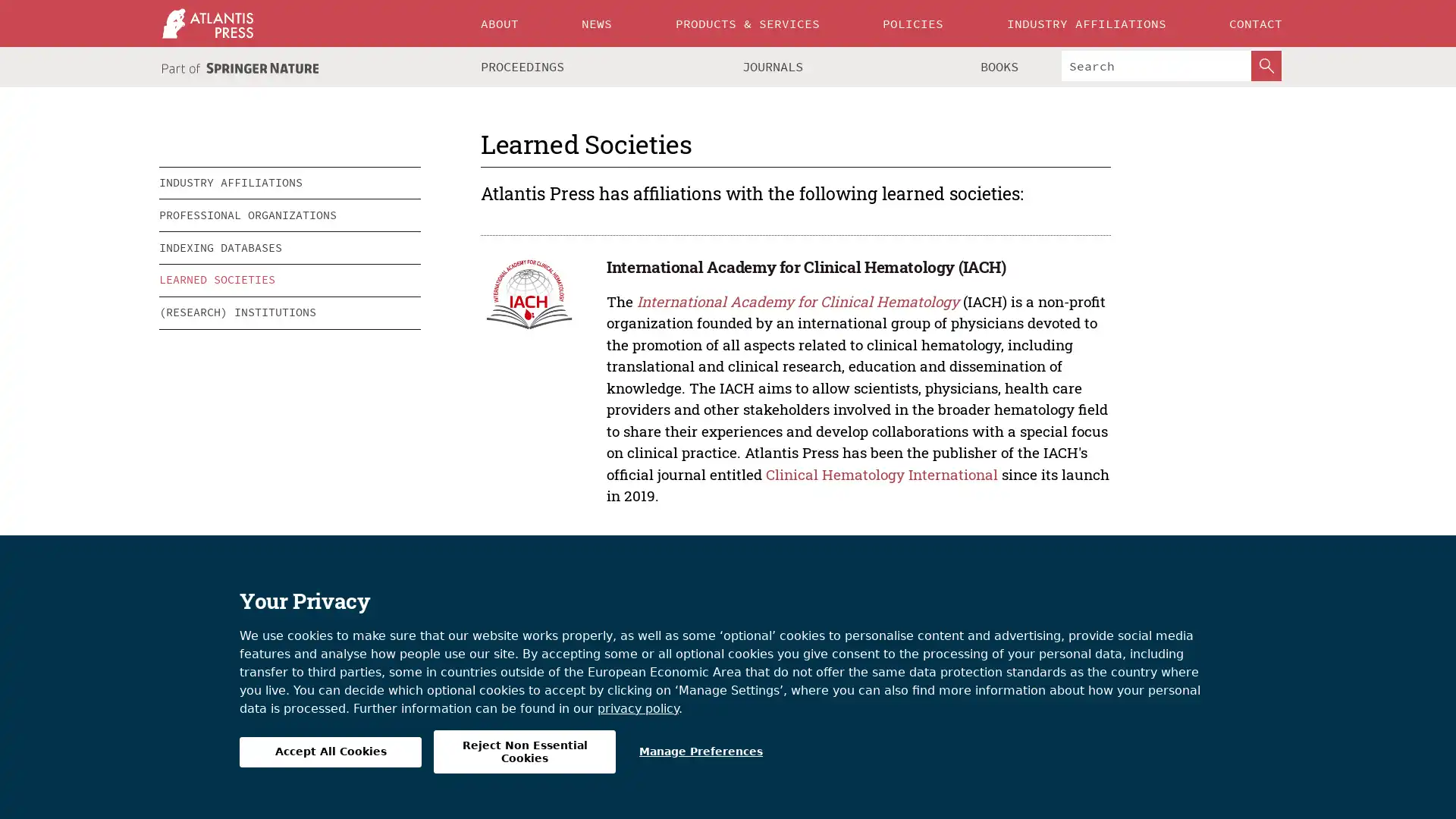 This screenshot has height=819, width=1456. Describe the element at coordinates (700, 752) in the screenshot. I see `Manage Preferences` at that location.